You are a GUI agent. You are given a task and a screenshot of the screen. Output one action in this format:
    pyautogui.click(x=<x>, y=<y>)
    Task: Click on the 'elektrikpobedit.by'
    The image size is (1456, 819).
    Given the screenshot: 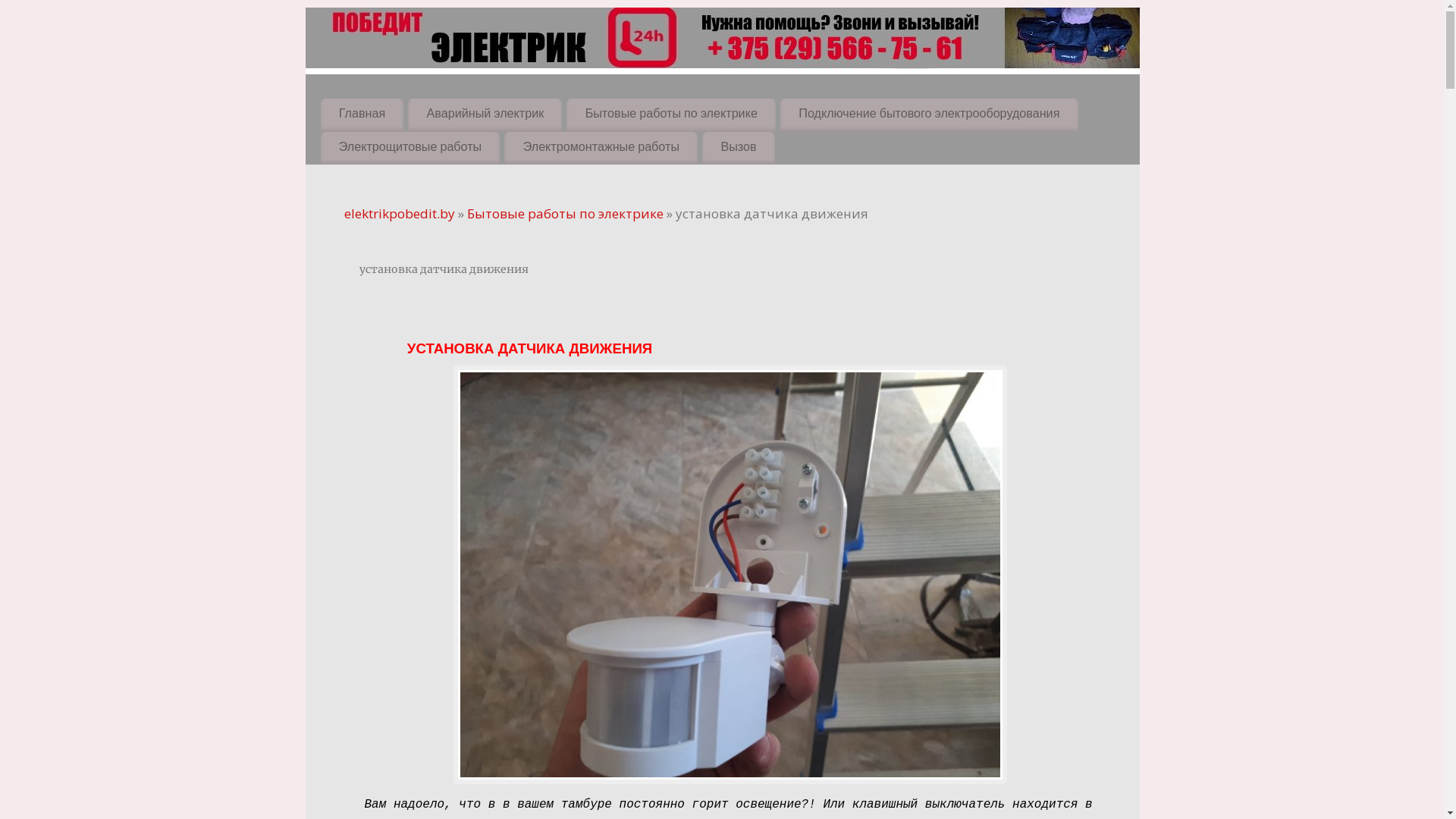 What is the action you would take?
    pyautogui.click(x=400, y=213)
    